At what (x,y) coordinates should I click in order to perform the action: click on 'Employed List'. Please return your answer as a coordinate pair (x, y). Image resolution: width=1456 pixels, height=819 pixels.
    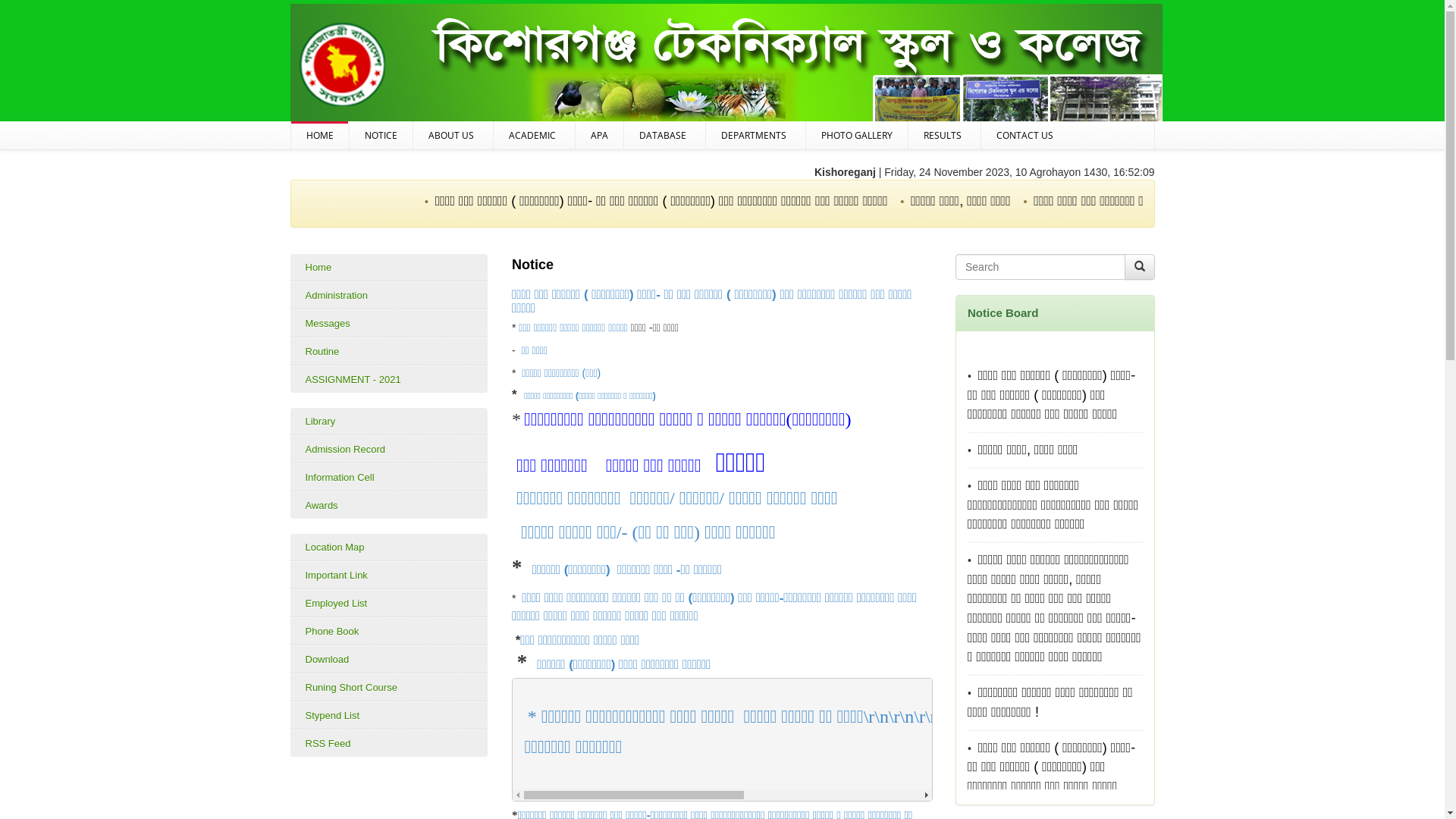
    Looking at the image, I should click on (388, 602).